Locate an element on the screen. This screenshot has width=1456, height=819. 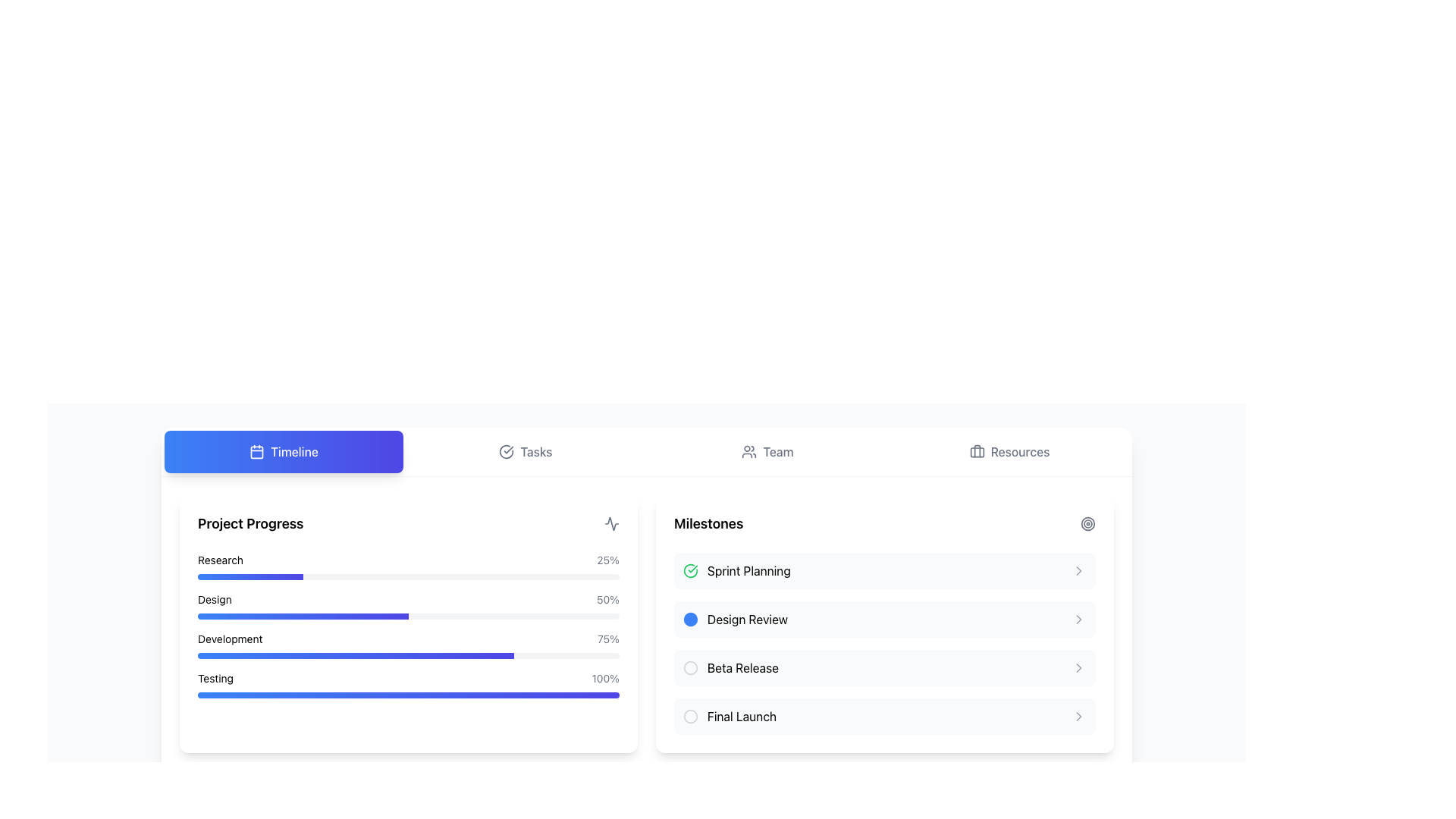
the first button in the horizontal menu at the top of the interface is located at coordinates (284, 451).